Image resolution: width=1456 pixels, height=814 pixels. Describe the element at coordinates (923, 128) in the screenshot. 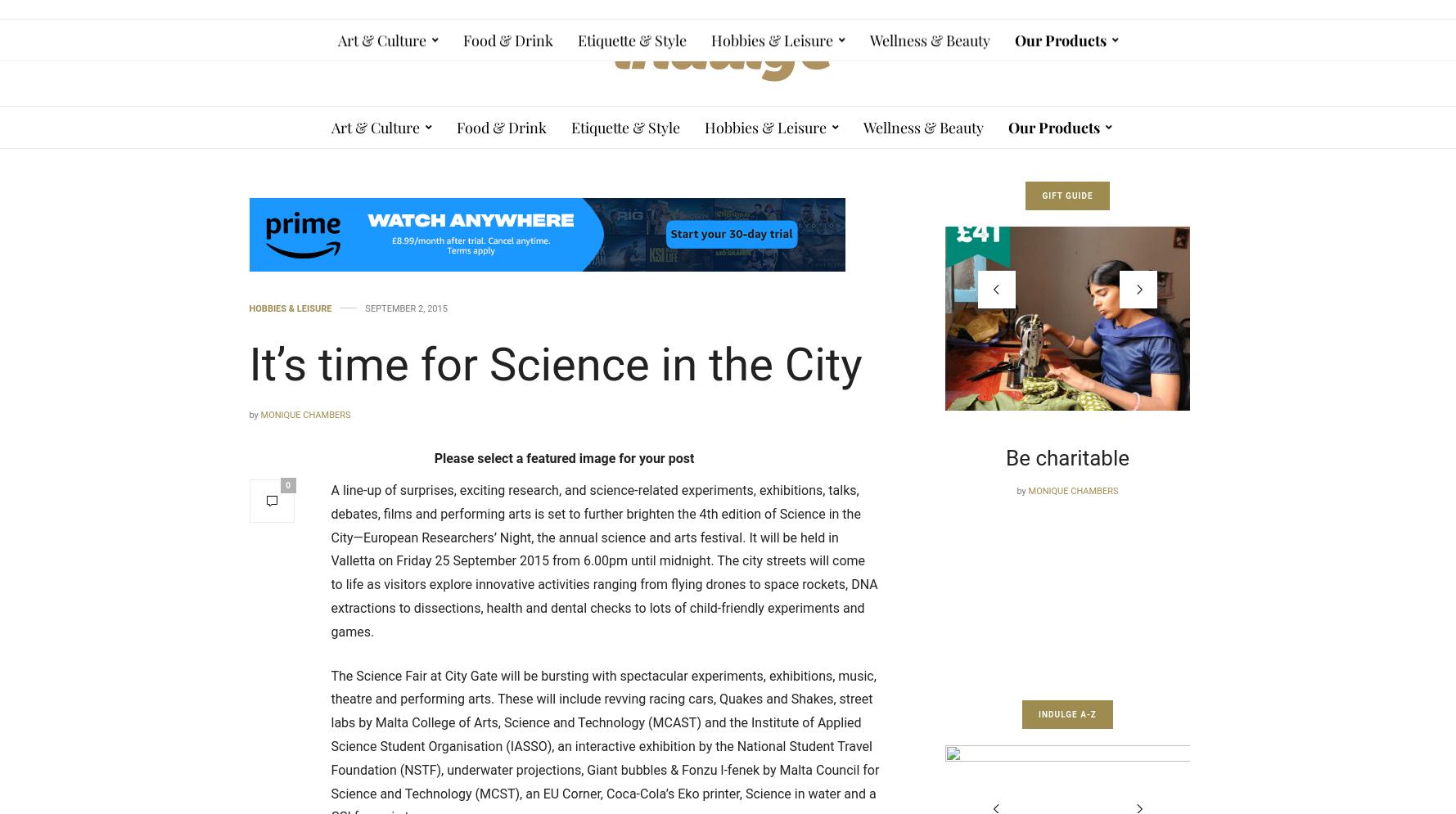

I see `'Wellness & Beauty'` at that location.